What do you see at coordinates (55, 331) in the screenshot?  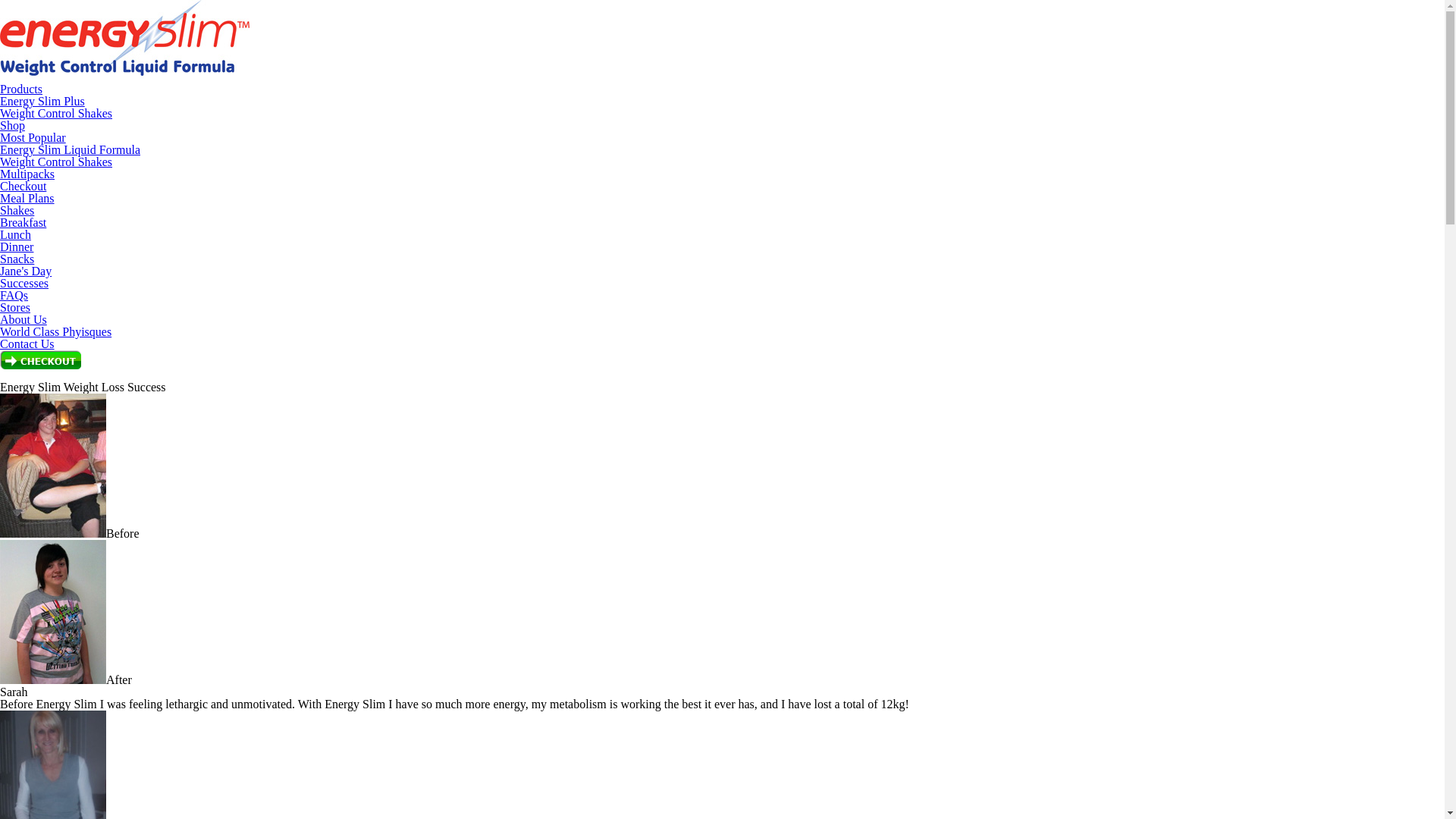 I see `'World Class Phyisques'` at bounding box center [55, 331].